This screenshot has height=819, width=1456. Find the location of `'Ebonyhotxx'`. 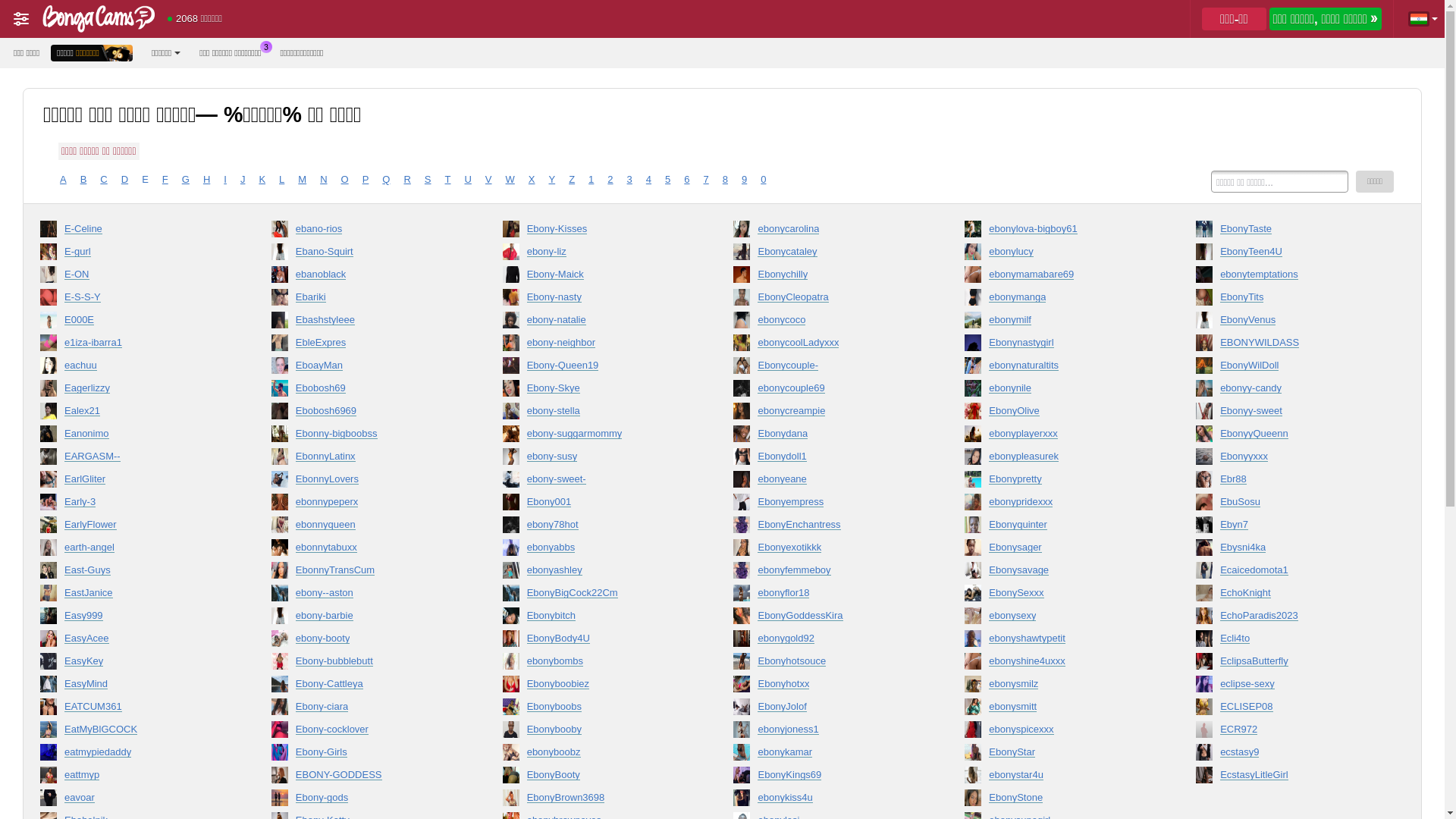

'Ebonyhotxx' is located at coordinates (826, 687).